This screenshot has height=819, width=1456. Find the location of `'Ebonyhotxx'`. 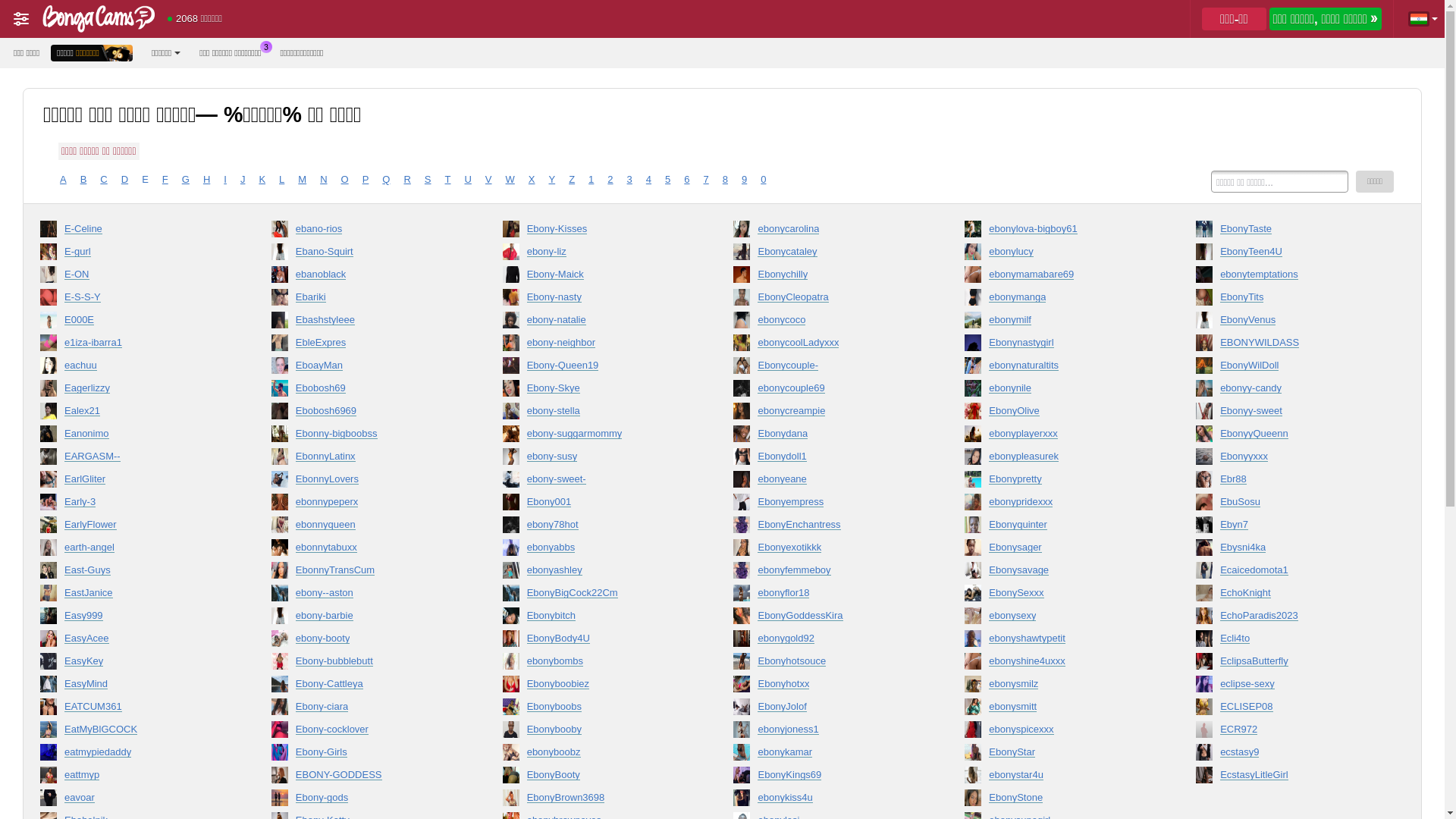

'Ebonyhotxx' is located at coordinates (826, 687).